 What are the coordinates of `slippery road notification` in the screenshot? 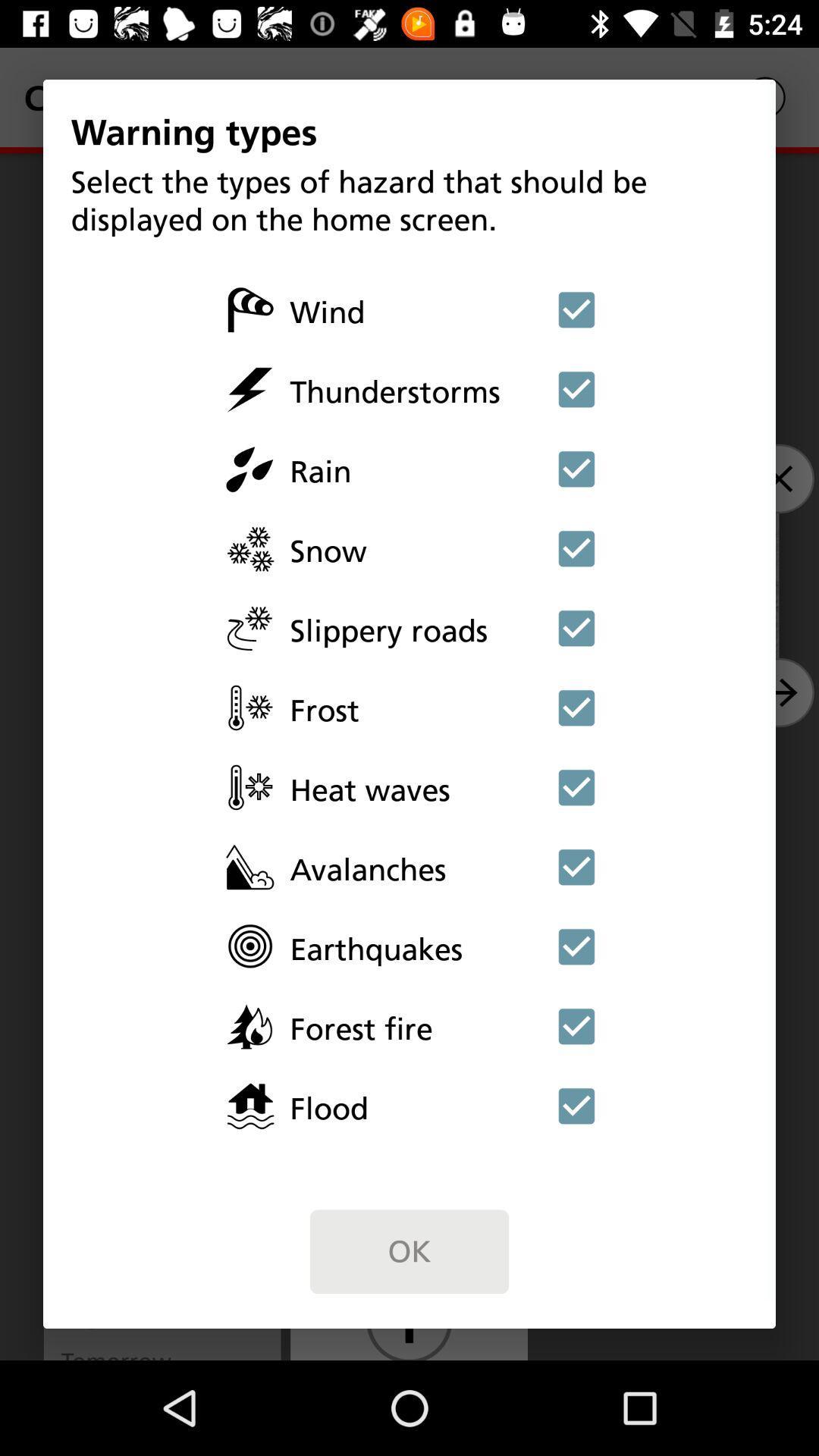 It's located at (576, 628).